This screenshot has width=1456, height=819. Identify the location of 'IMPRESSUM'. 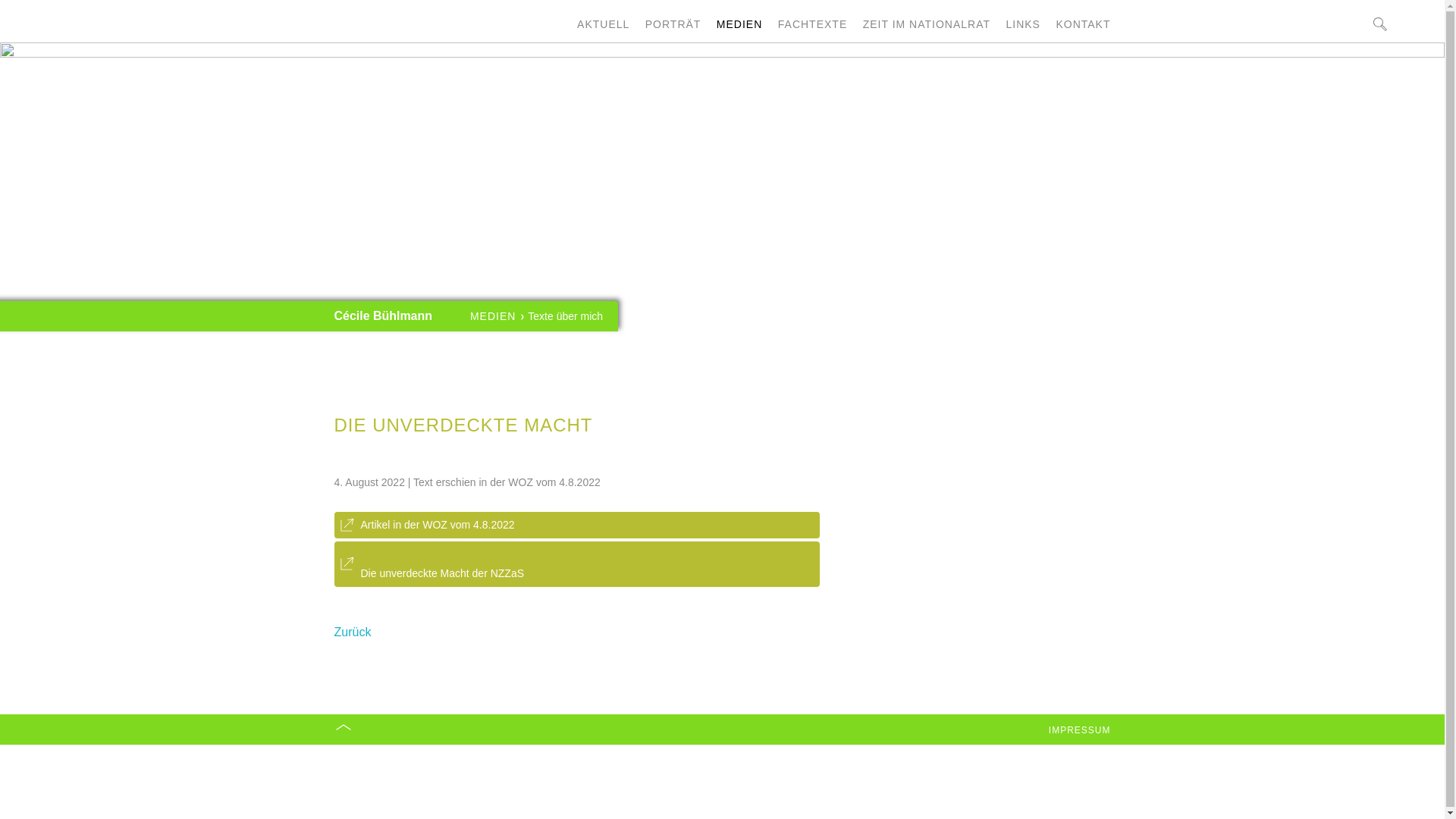
(1079, 728).